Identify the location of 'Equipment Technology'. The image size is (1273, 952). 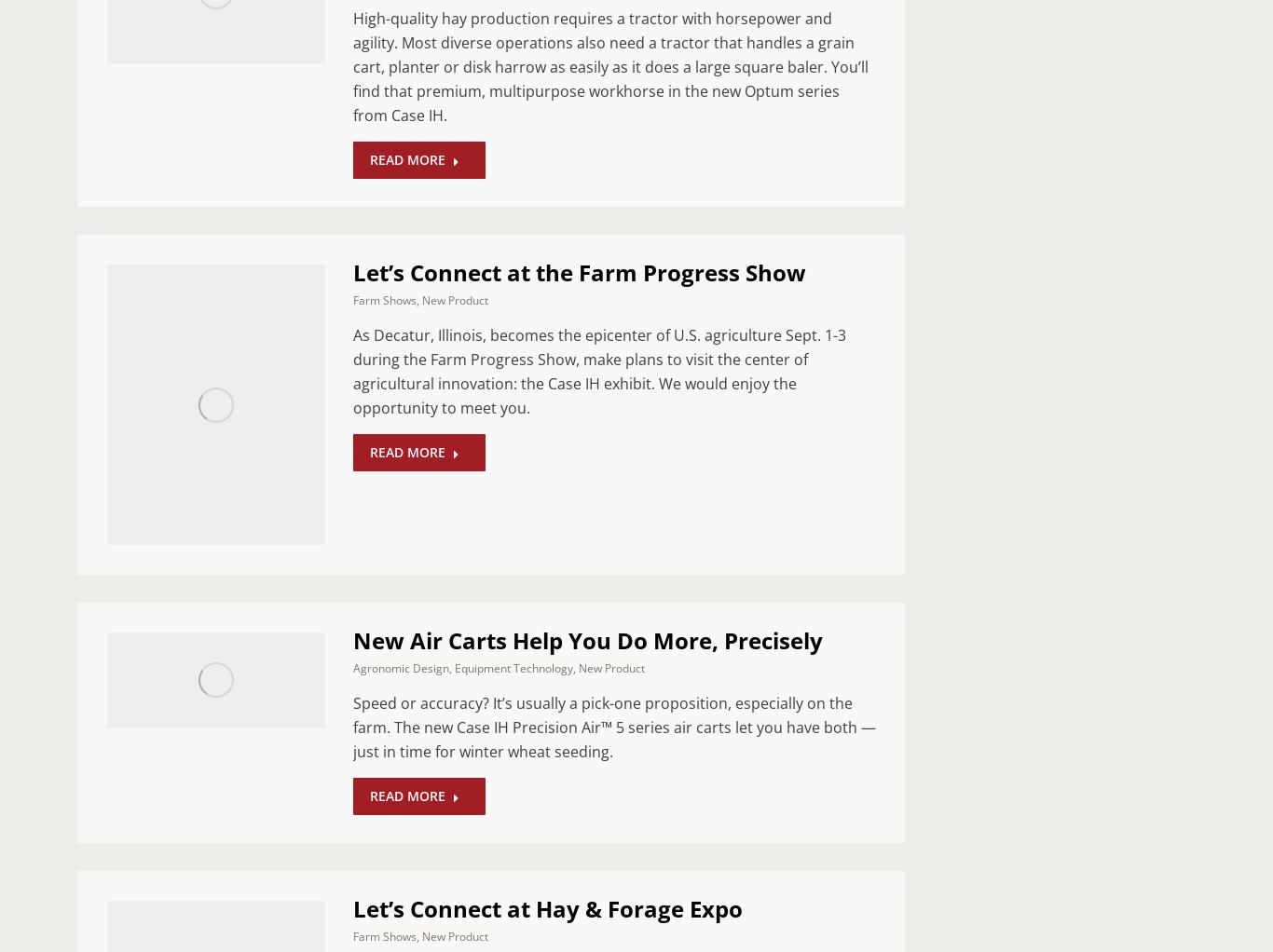
(513, 667).